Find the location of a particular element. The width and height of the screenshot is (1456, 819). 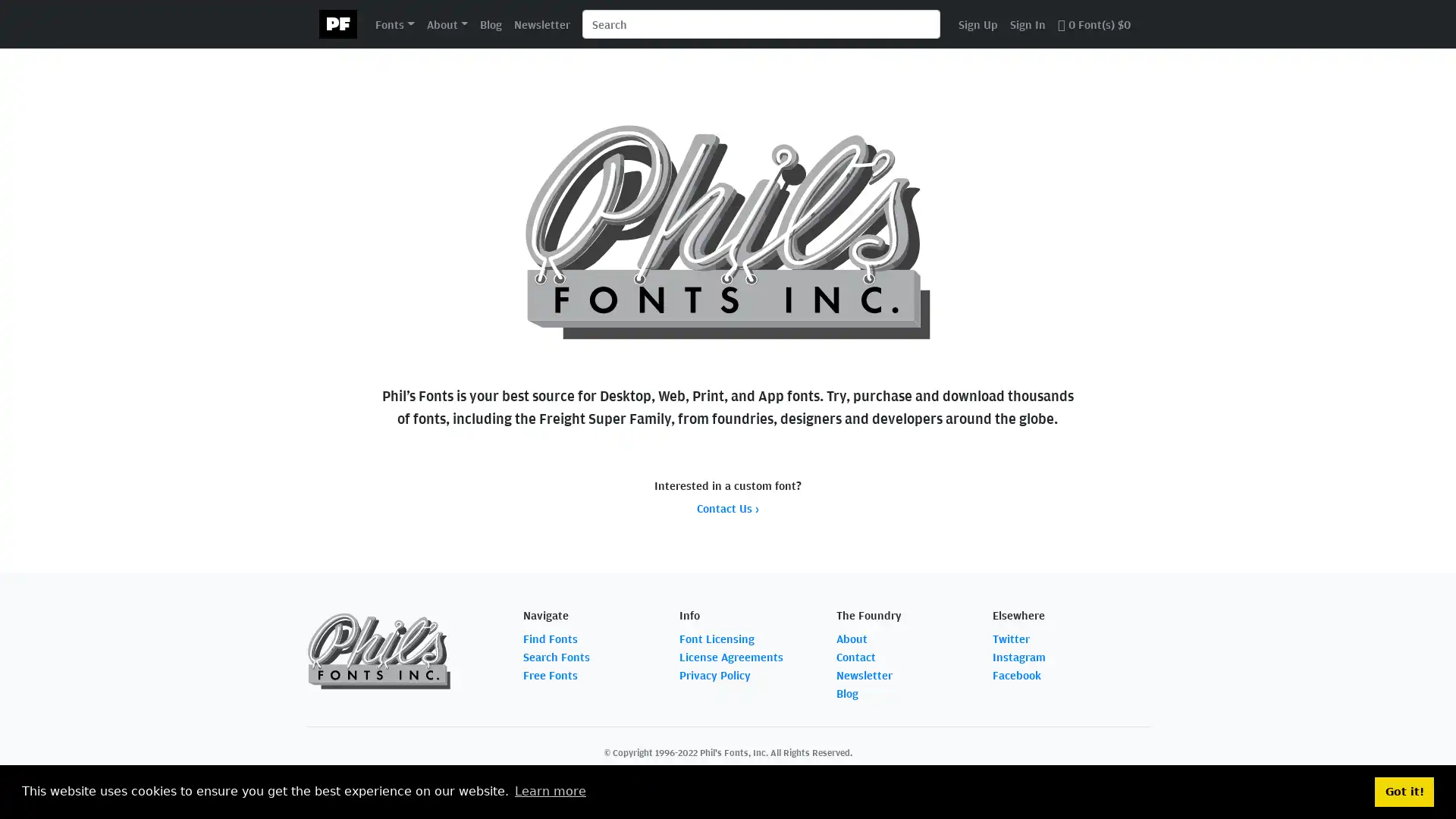

dismiss cookie message is located at coordinates (1404, 791).